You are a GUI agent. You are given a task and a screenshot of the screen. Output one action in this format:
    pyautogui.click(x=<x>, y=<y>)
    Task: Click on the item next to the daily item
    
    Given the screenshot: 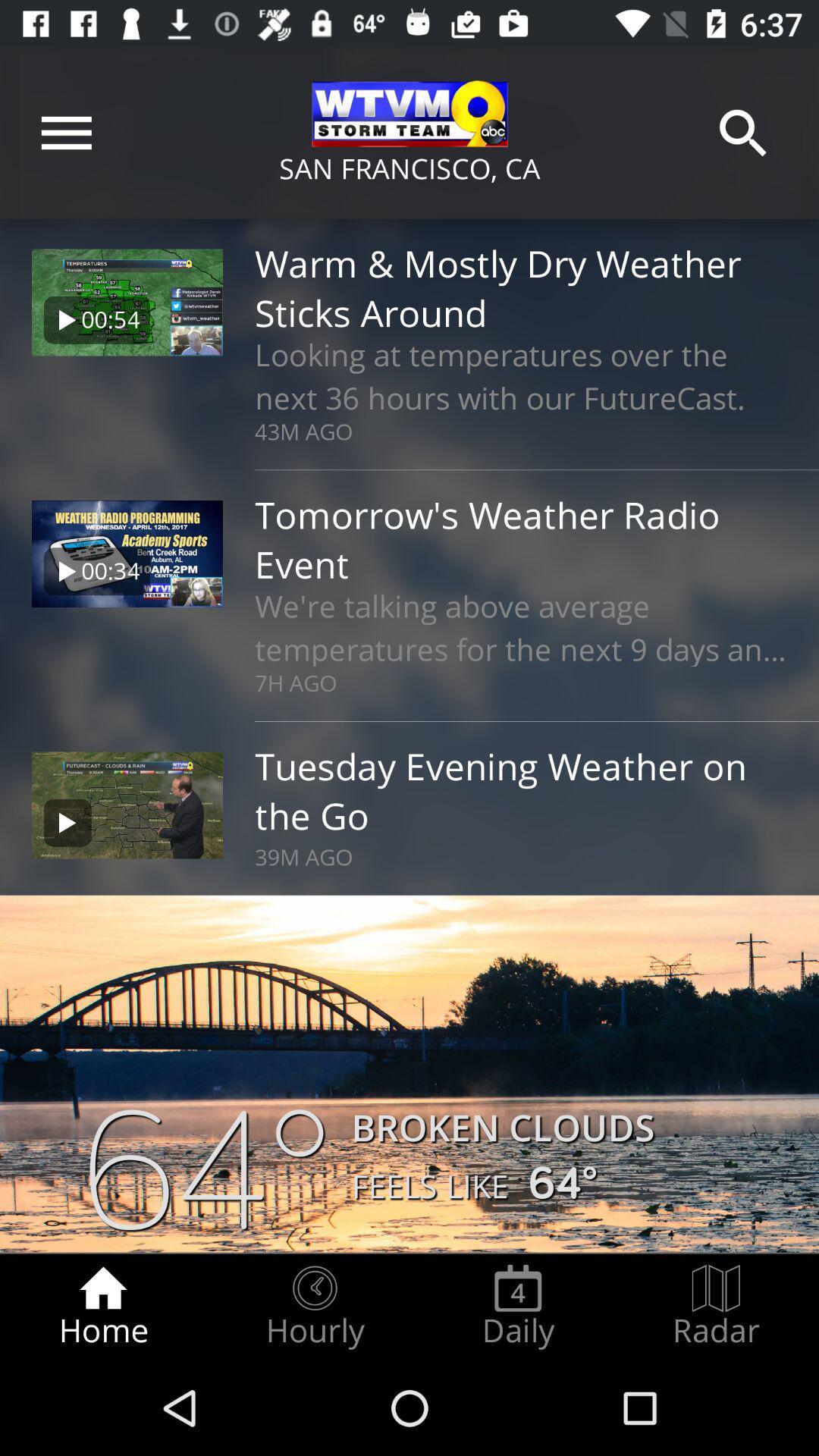 What is the action you would take?
    pyautogui.click(x=314, y=1306)
    